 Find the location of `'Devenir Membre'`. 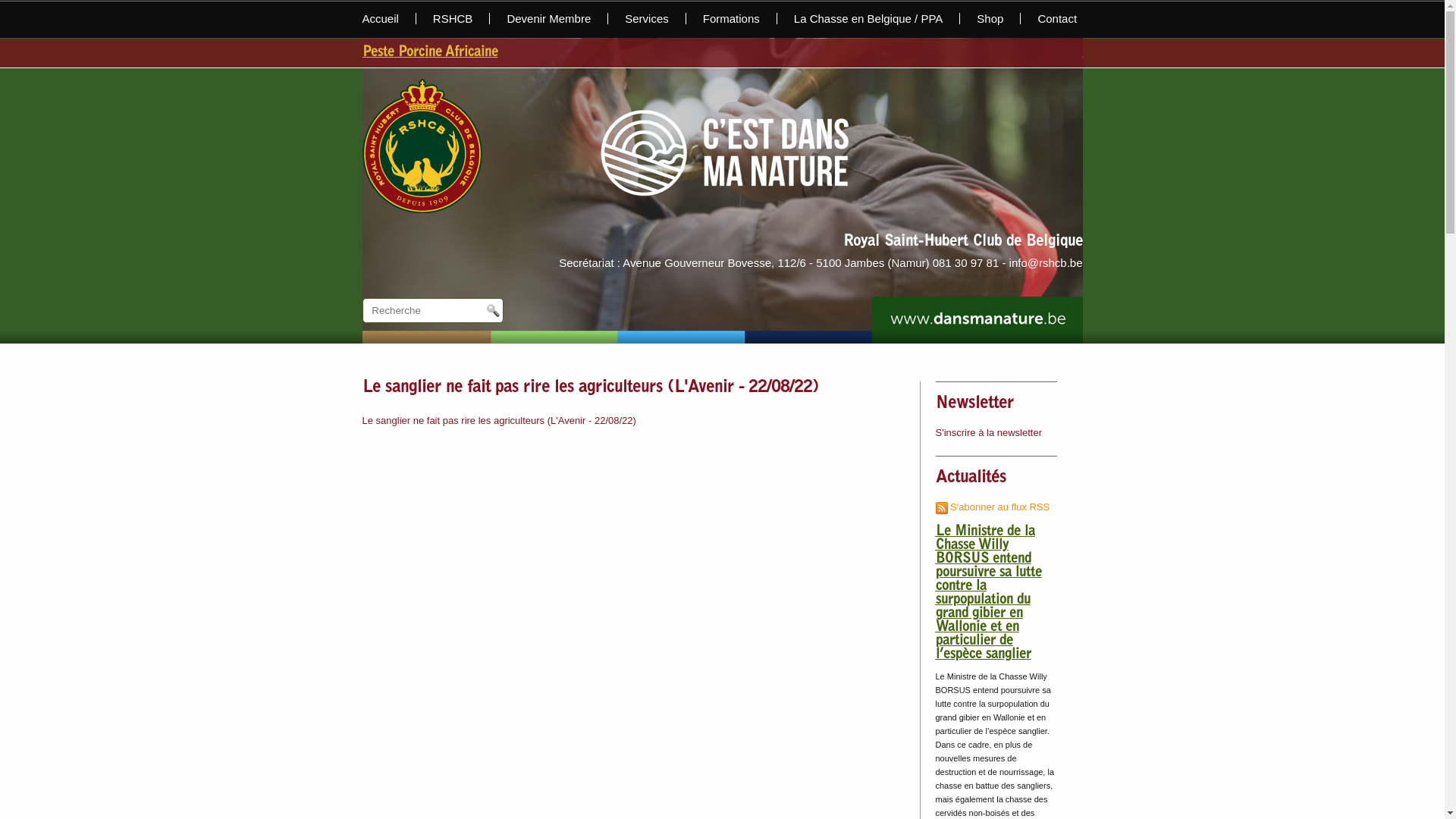

'Devenir Membre' is located at coordinates (490, 18).